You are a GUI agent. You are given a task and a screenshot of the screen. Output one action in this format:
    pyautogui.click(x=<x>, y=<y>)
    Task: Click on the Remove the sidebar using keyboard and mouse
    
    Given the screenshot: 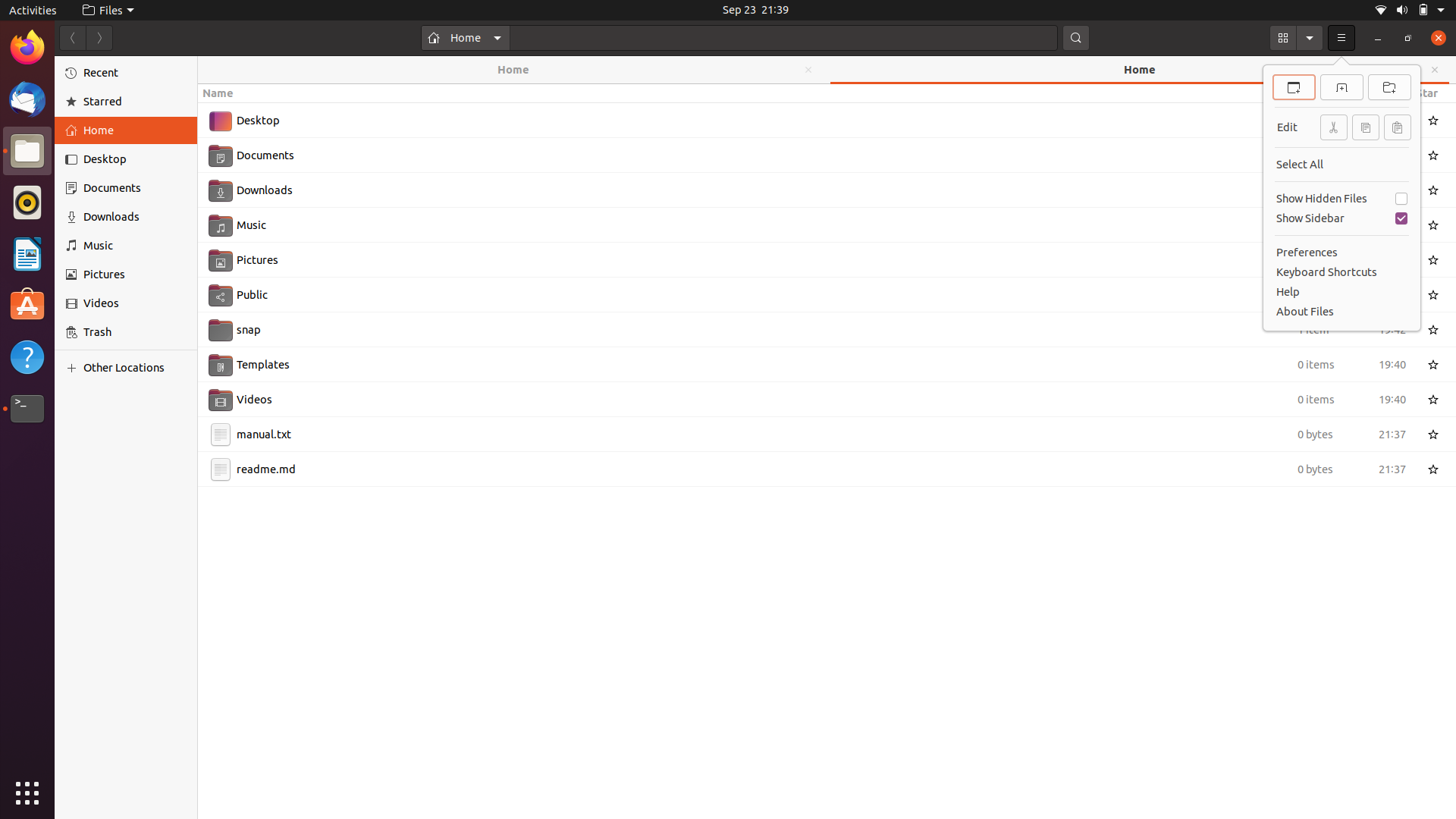 What is the action you would take?
    pyautogui.click(x=1340, y=219)
    